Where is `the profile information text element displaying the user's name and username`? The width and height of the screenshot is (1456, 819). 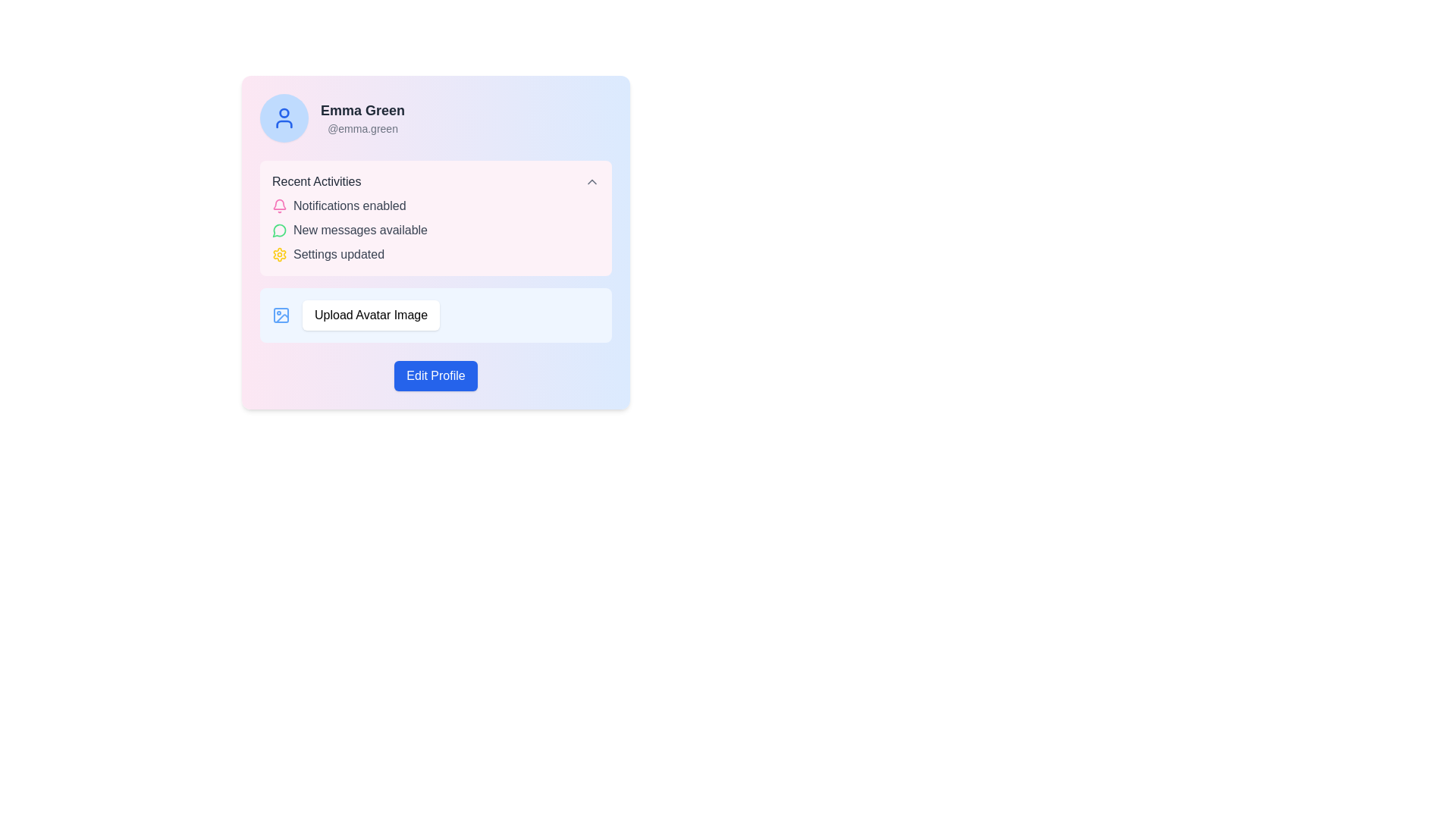
the profile information text element displaying the user's name and username is located at coordinates (362, 117).